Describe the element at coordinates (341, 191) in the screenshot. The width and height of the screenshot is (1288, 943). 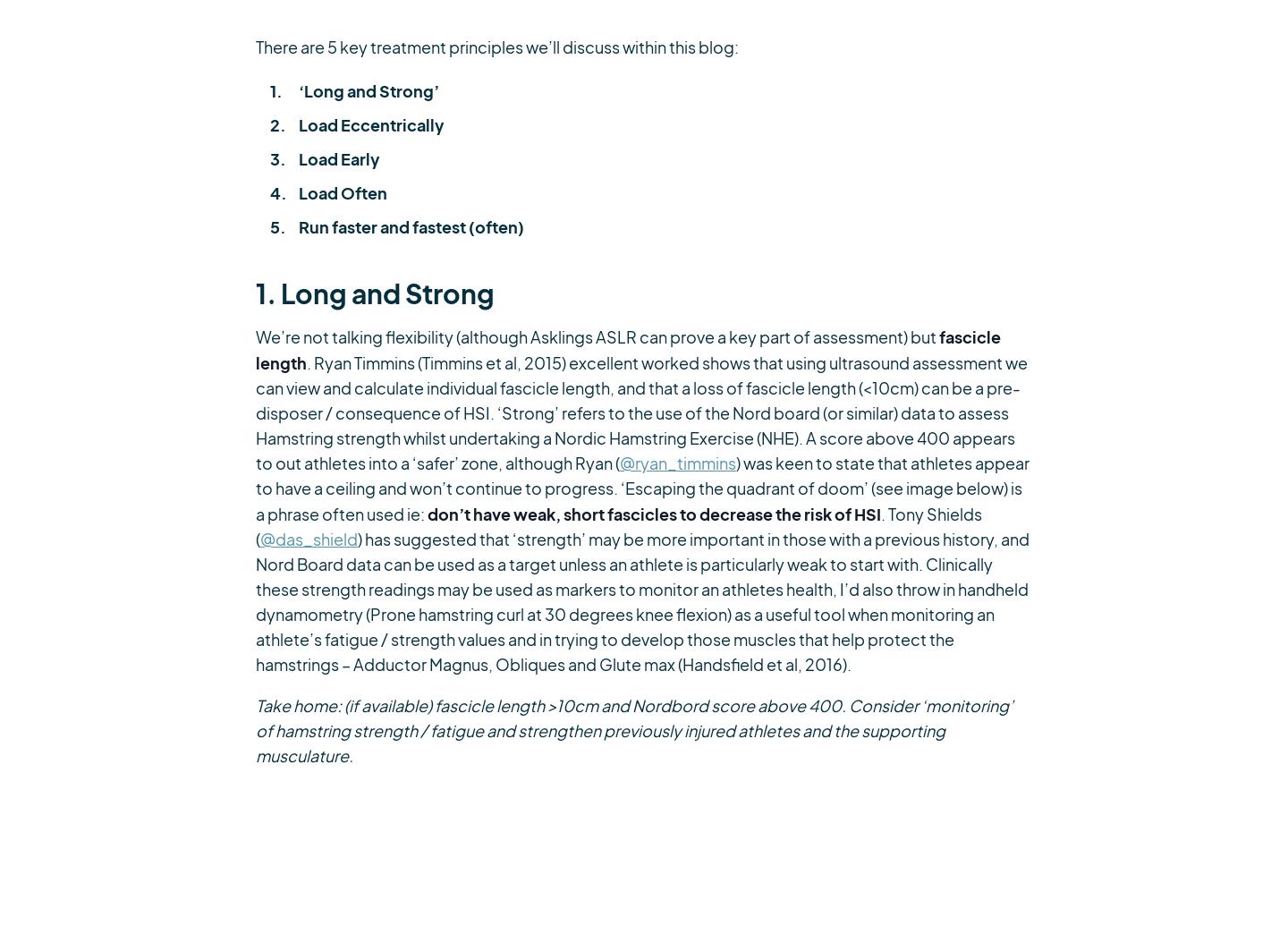
I see `'Load Often'` at that location.